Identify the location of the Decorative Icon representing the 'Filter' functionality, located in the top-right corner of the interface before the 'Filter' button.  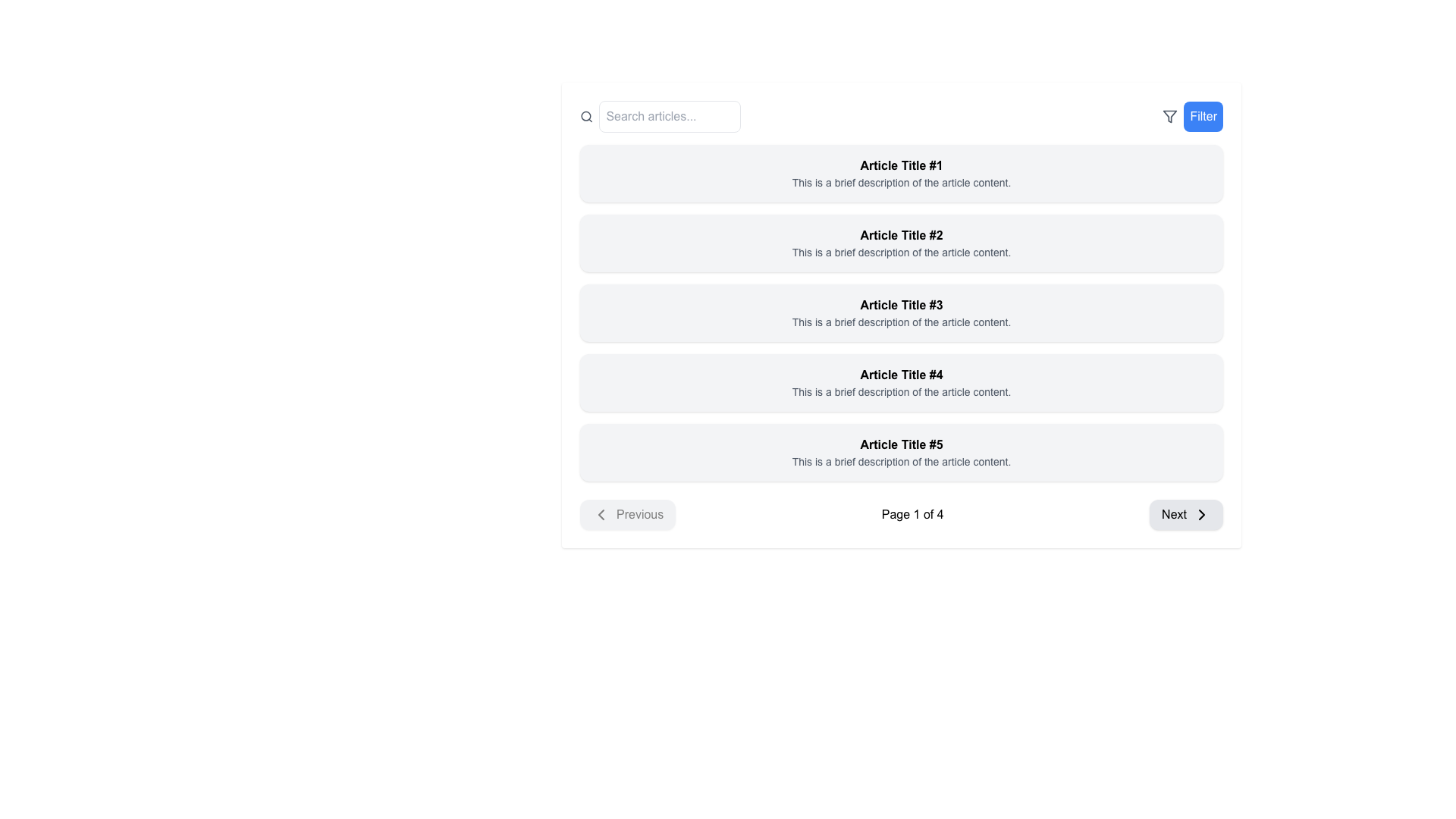
(1169, 116).